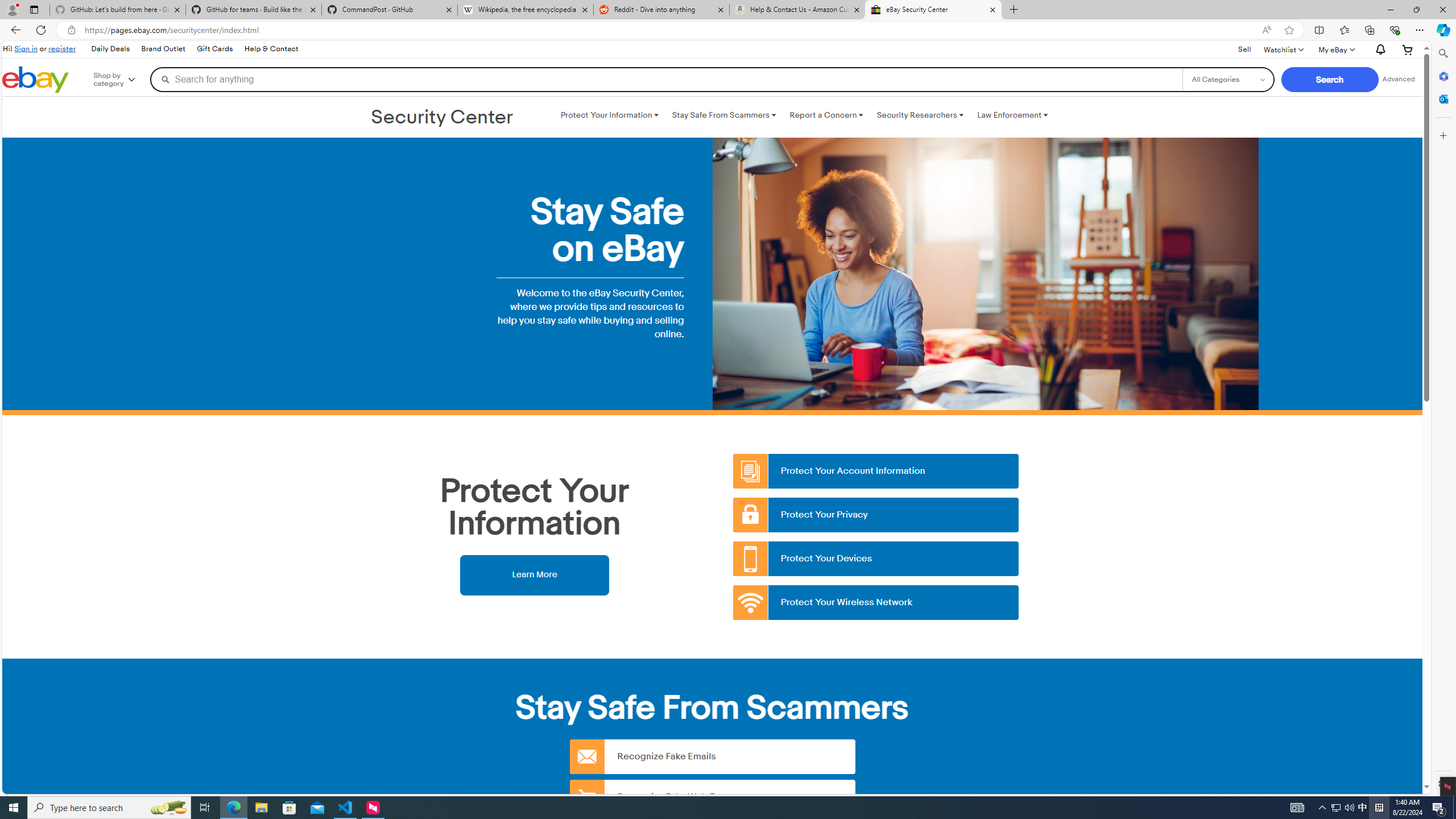  Describe the element at coordinates (162, 48) in the screenshot. I see `'Brand Outlet'` at that location.